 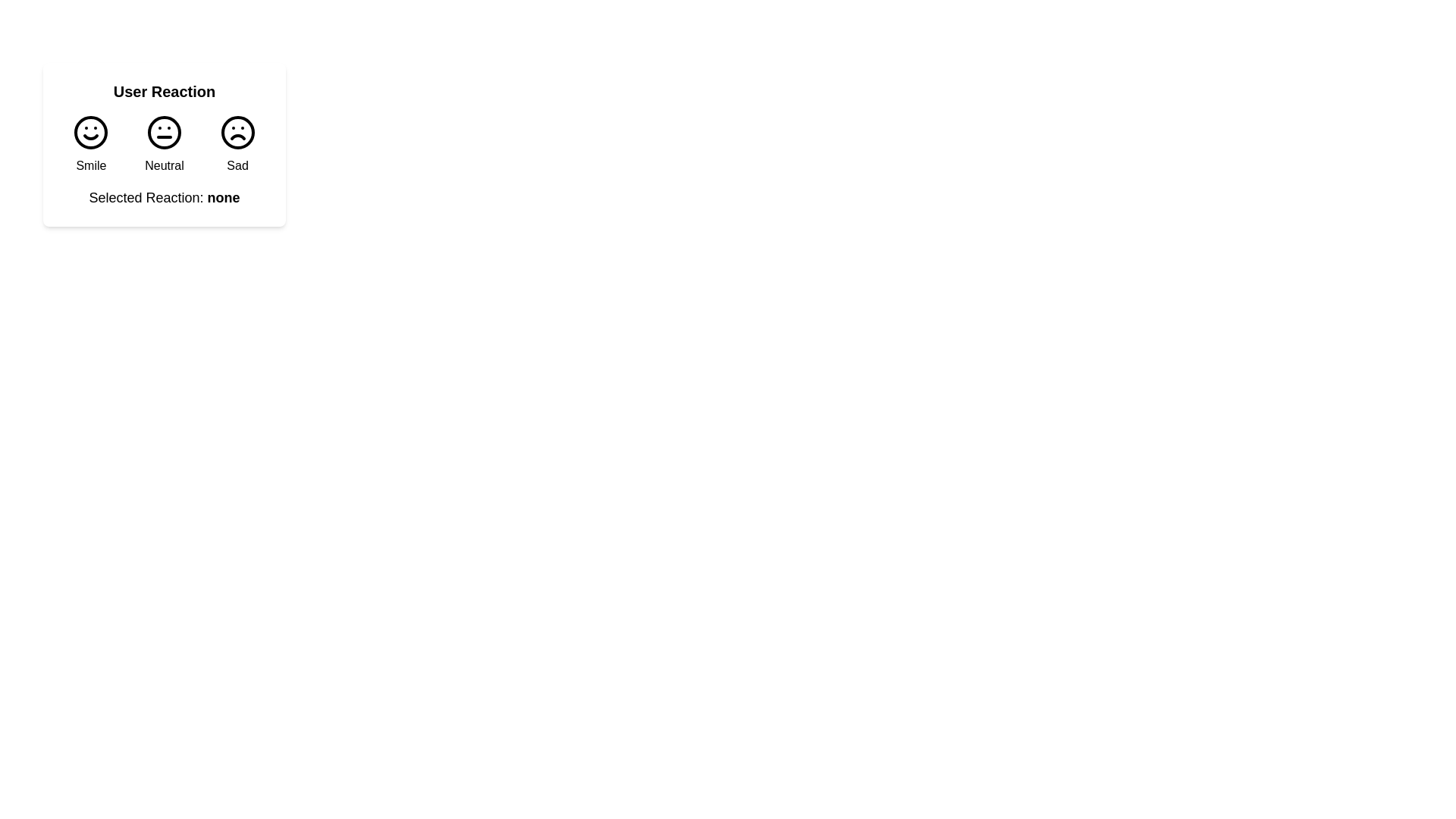 I want to click on the 'Sad' reaction icon, which is the third icon in the horizontal sequence of reaction icons within the 'User Reaction' box, so click(x=237, y=131).